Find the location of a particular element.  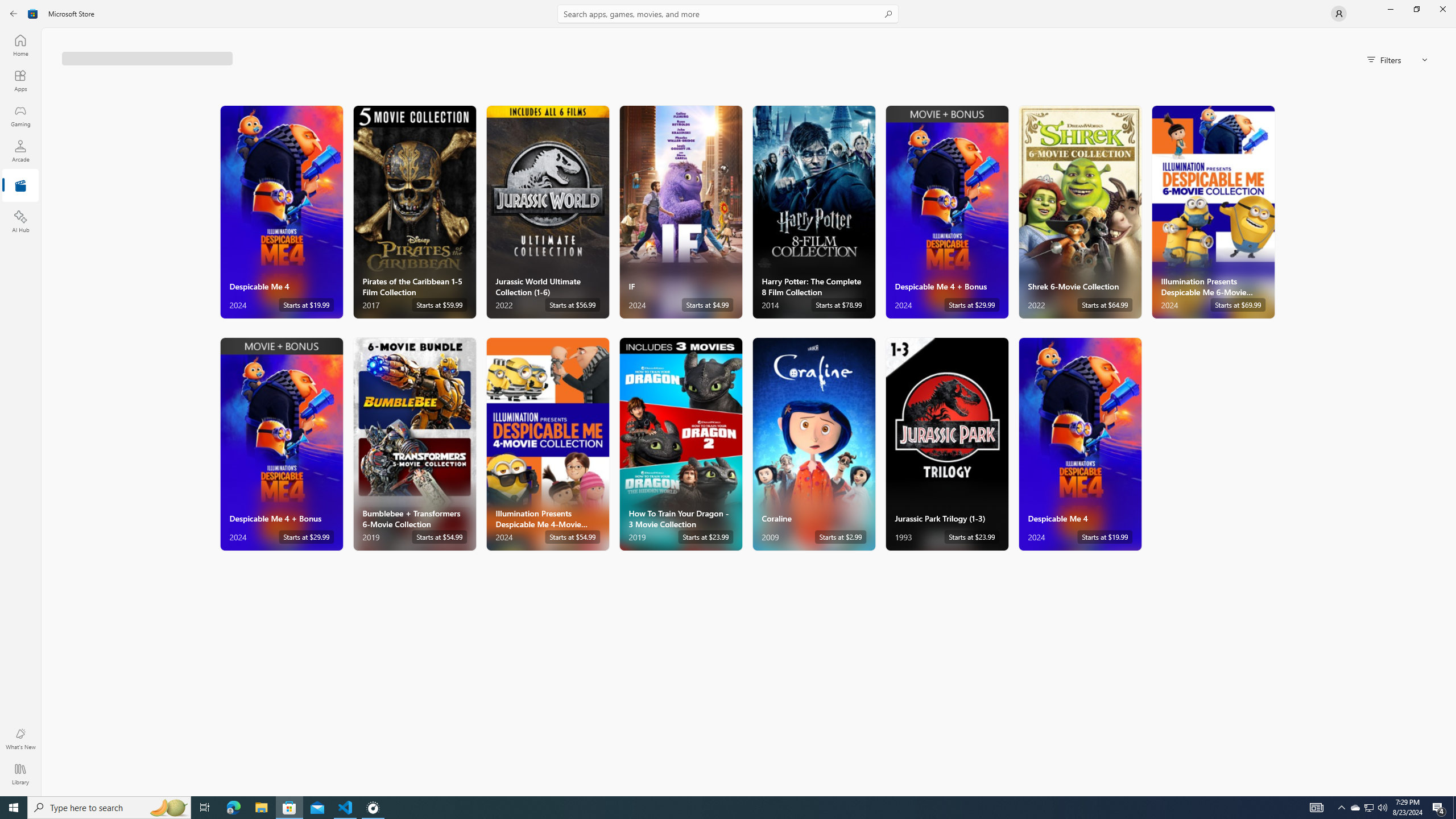

'Close Microsoft Store' is located at coordinates (1442, 9).